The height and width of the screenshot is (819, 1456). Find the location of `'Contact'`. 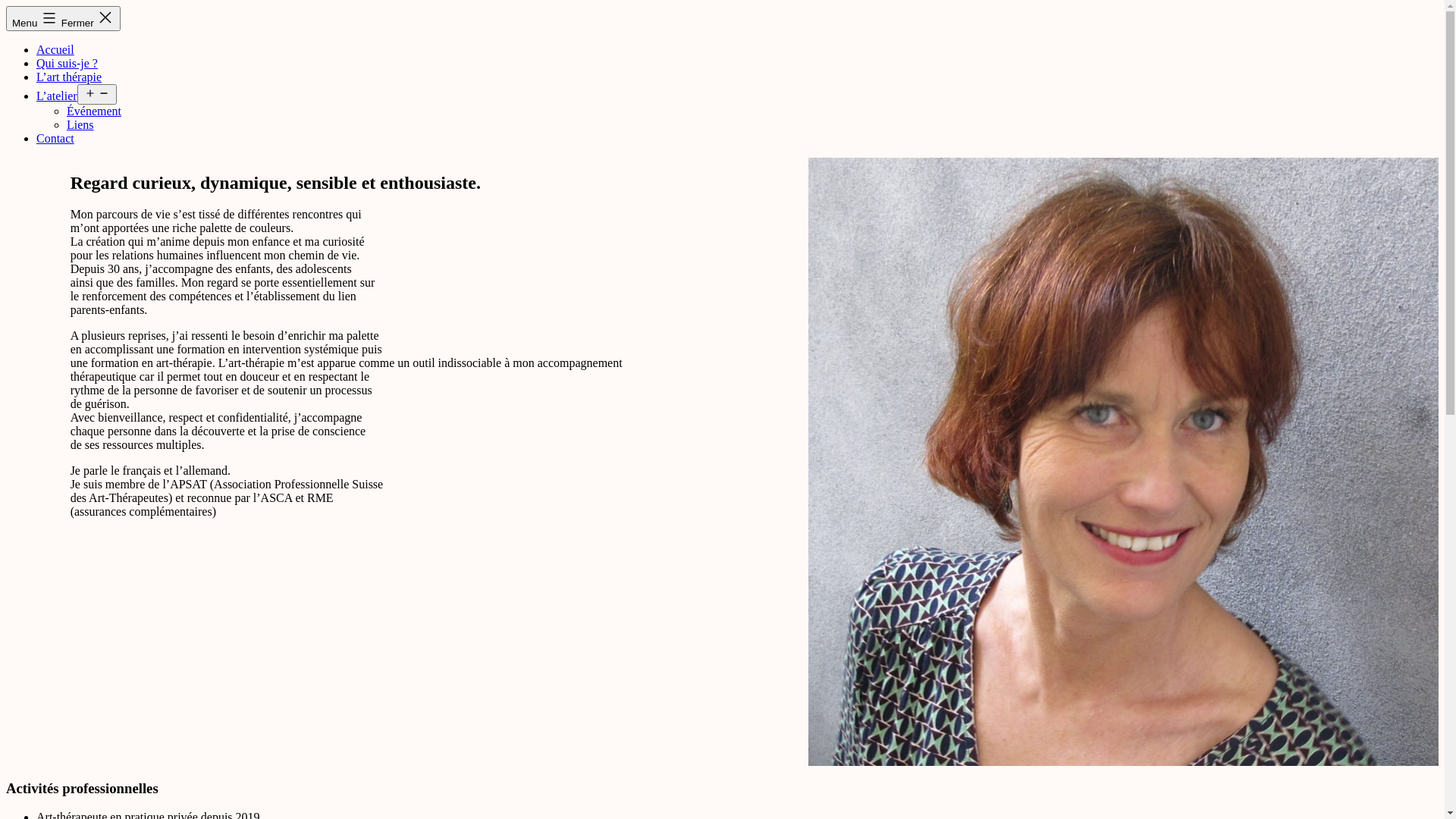

'Contact' is located at coordinates (55, 138).